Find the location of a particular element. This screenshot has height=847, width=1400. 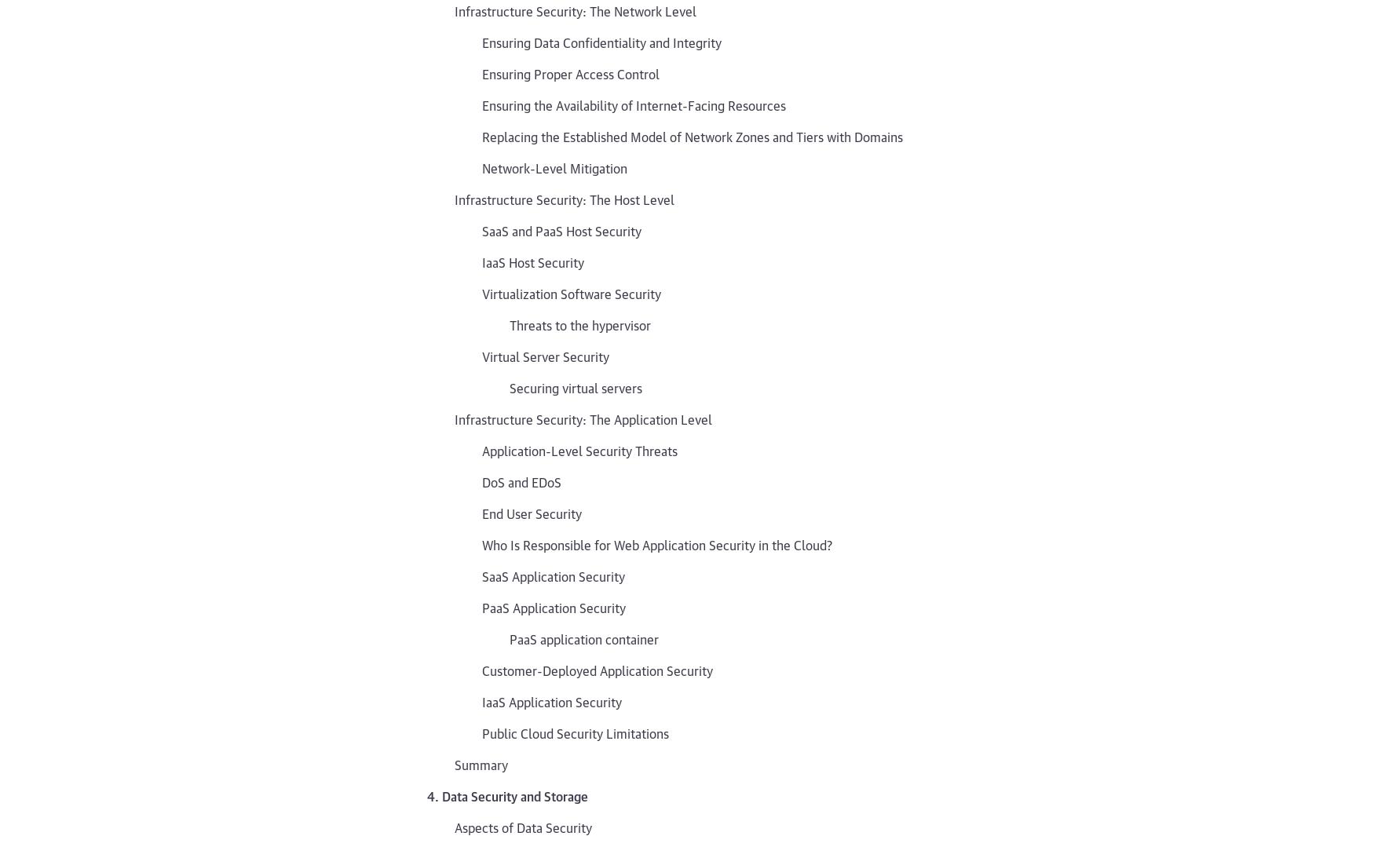

'PaaS Application Security' is located at coordinates (553, 606).